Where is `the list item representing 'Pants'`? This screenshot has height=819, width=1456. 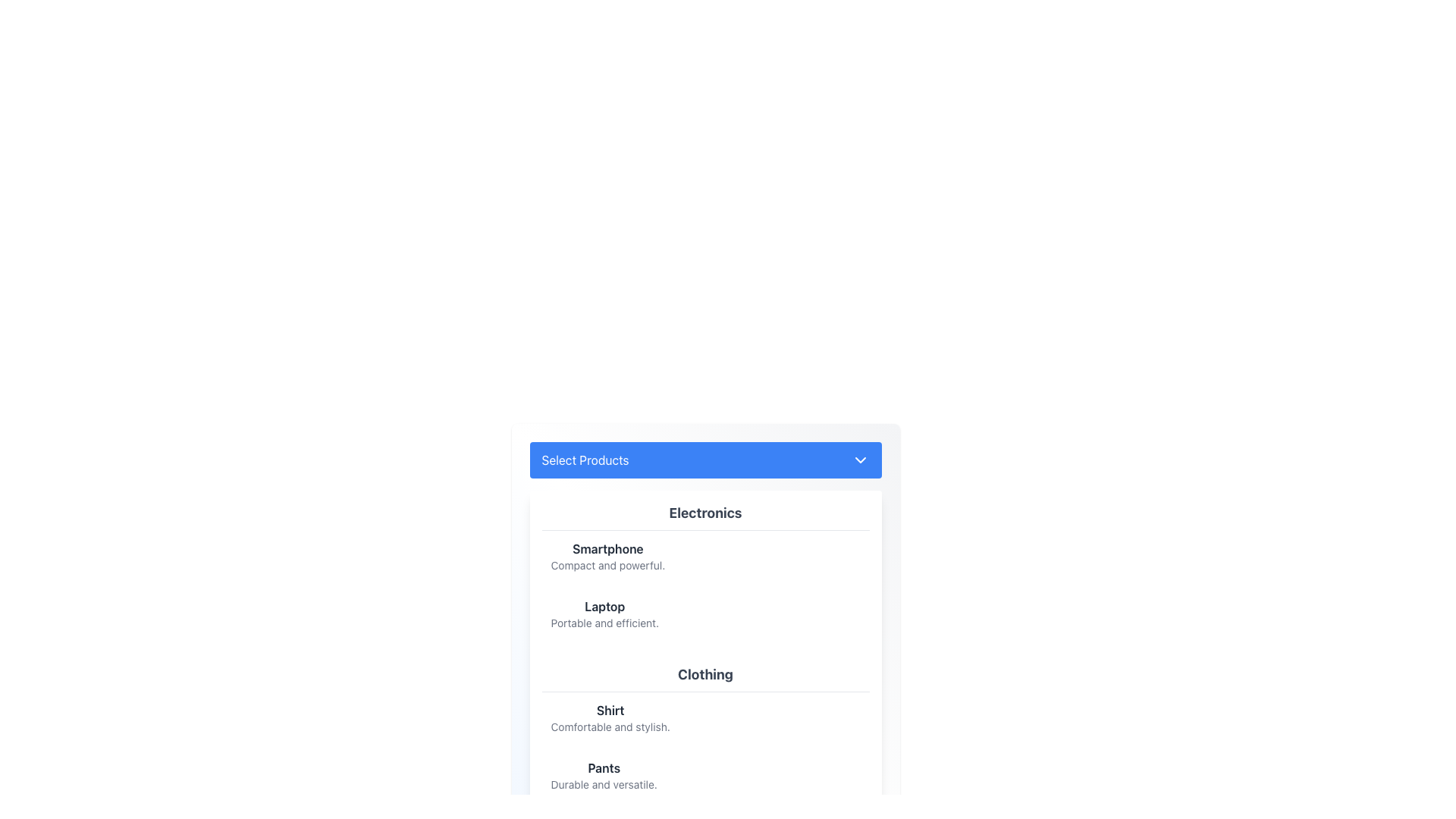
the list item representing 'Pants' is located at coordinates (704, 775).